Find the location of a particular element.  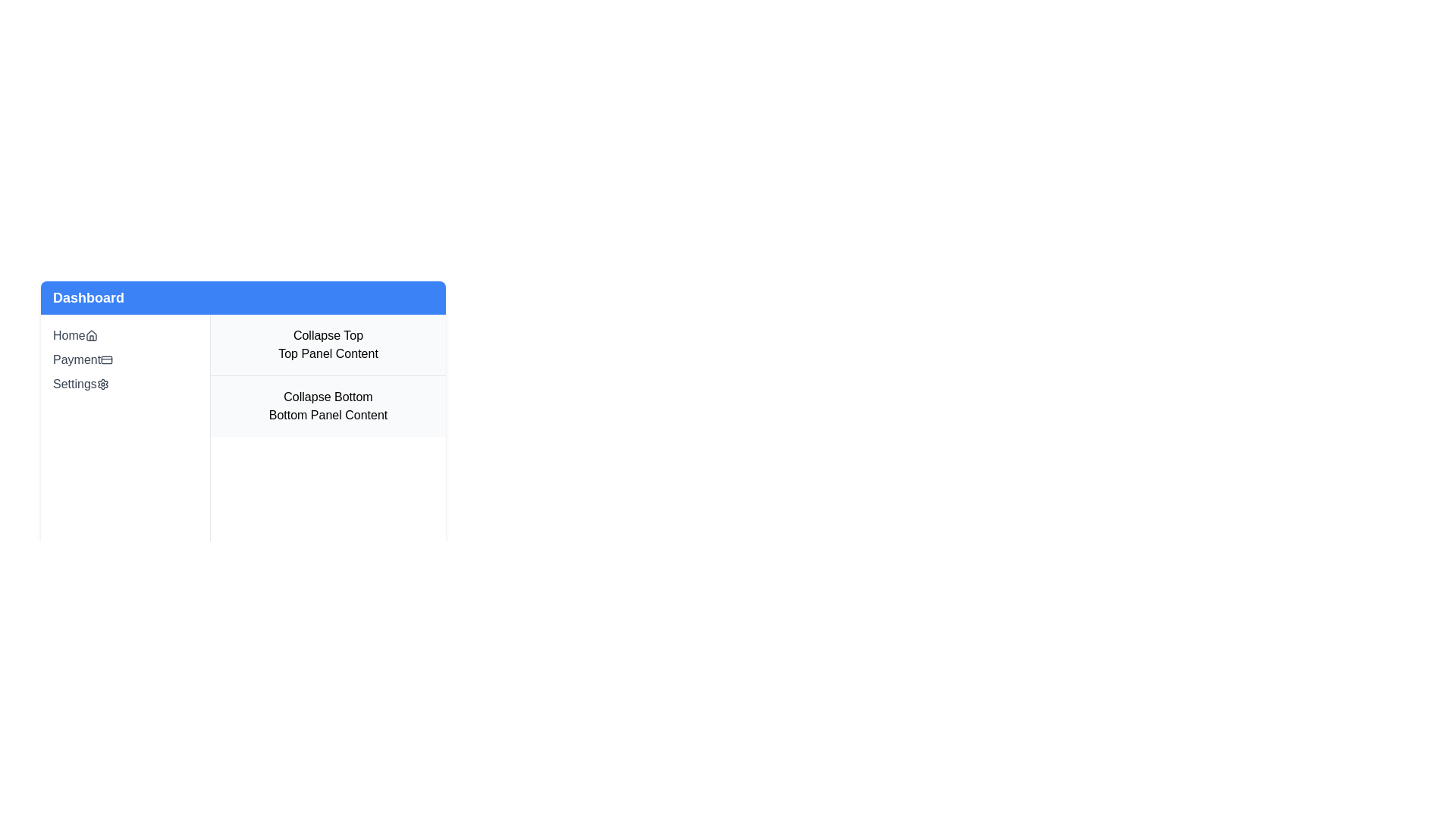

the button that collapses or expands the 'Top Panel', located above the 'Top Panel Content' text in the sidebar navigation labeled 'Dashboard' is located at coordinates (327, 335).